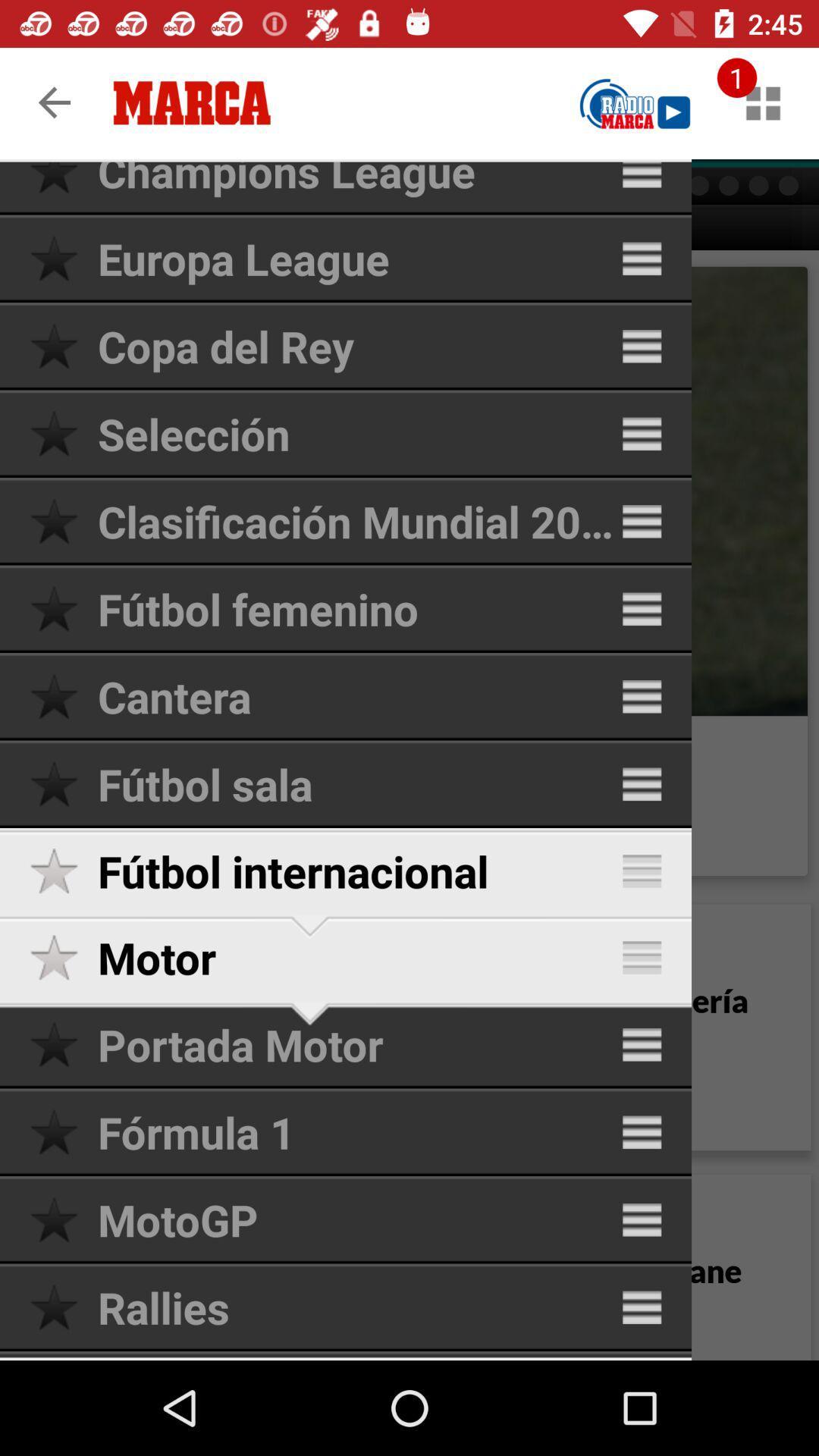 The image size is (819, 1456). What do you see at coordinates (63, 521) in the screenshot?
I see `the option which is left to the text clasiflcacion mundial 20` at bounding box center [63, 521].